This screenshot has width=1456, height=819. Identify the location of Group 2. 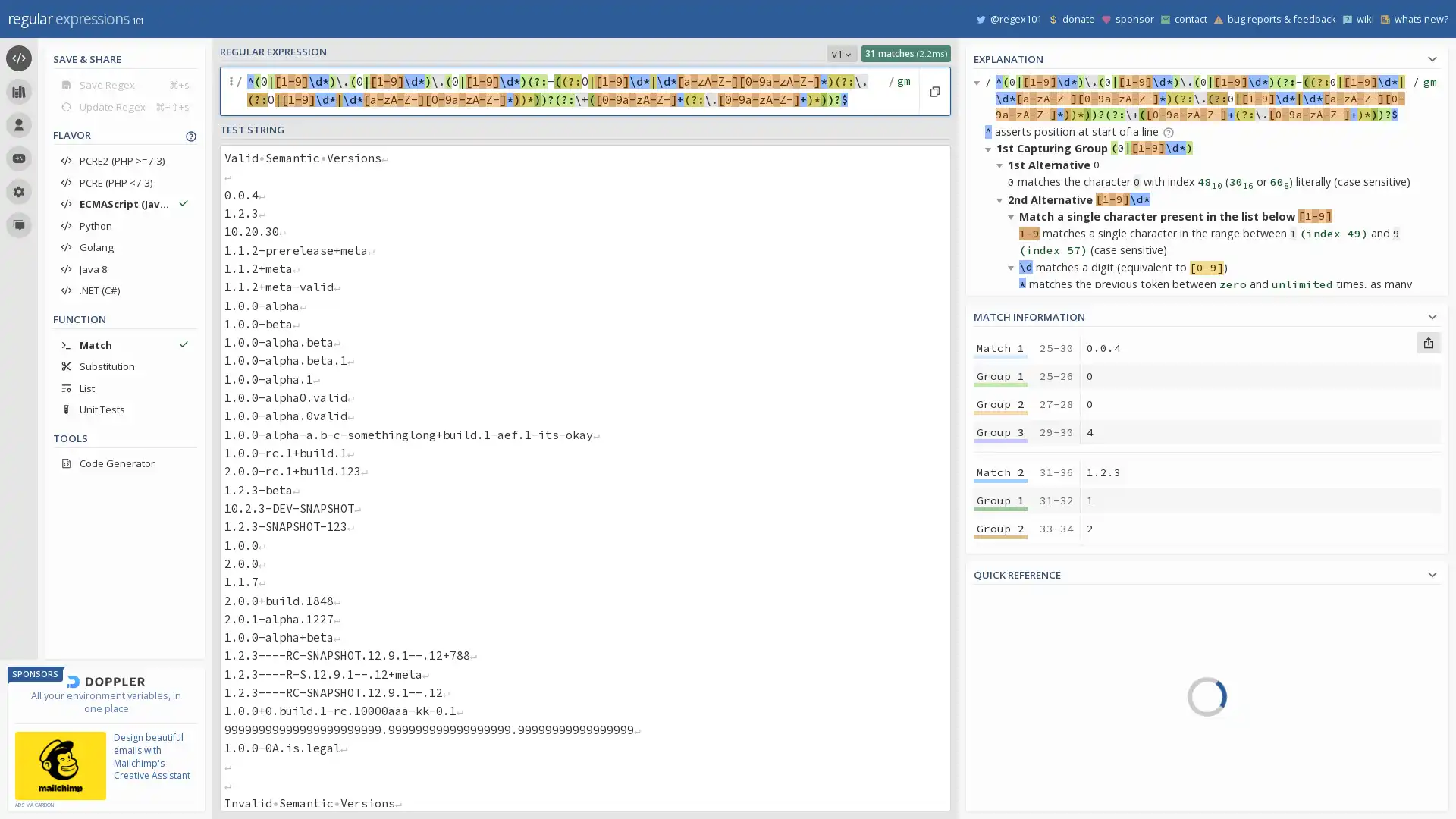
(1000, 777).